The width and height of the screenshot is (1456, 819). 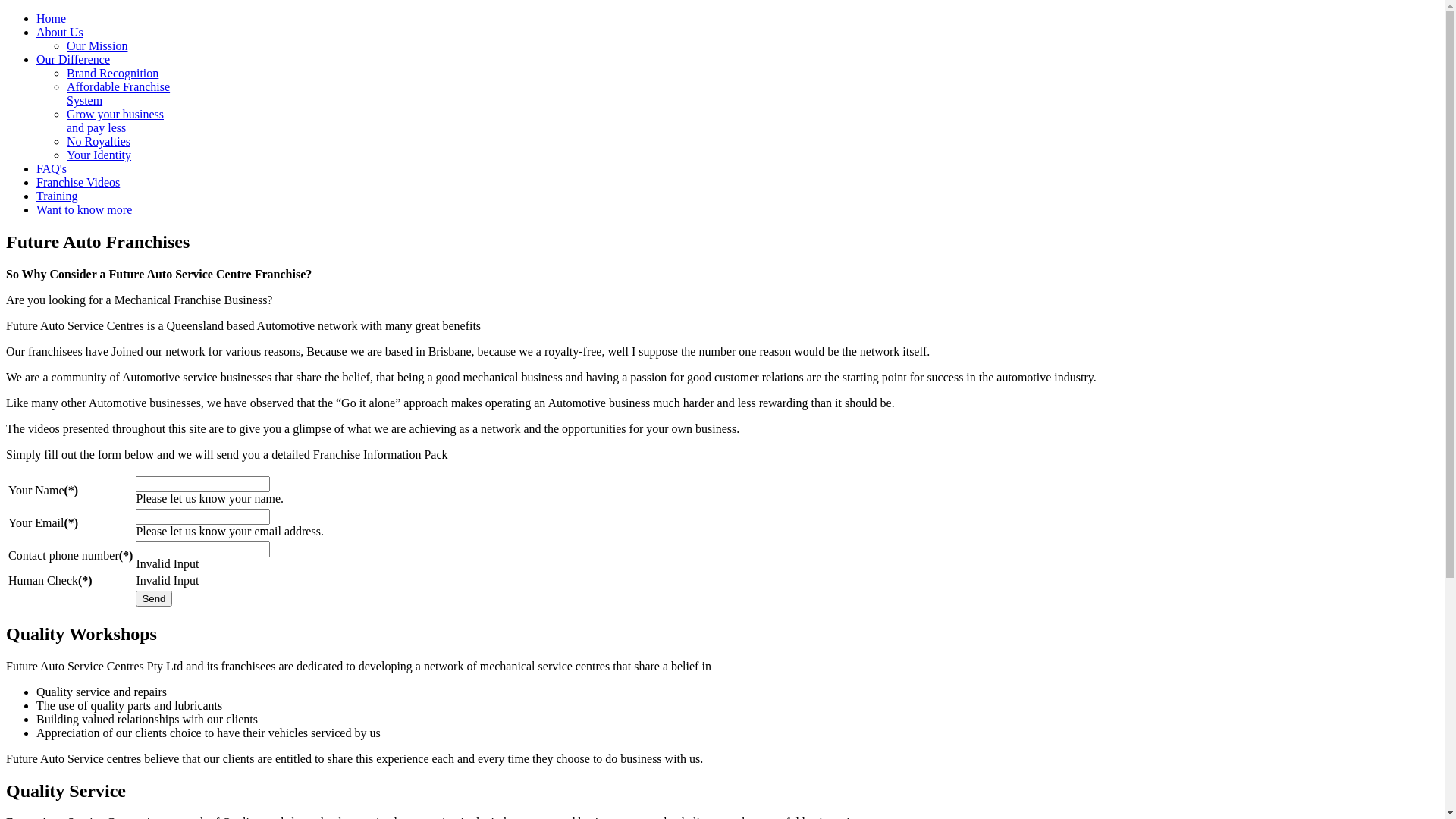 What do you see at coordinates (51, 168) in the screenshot?
I see `'FAQ's'` at bounding box center [51, 168].